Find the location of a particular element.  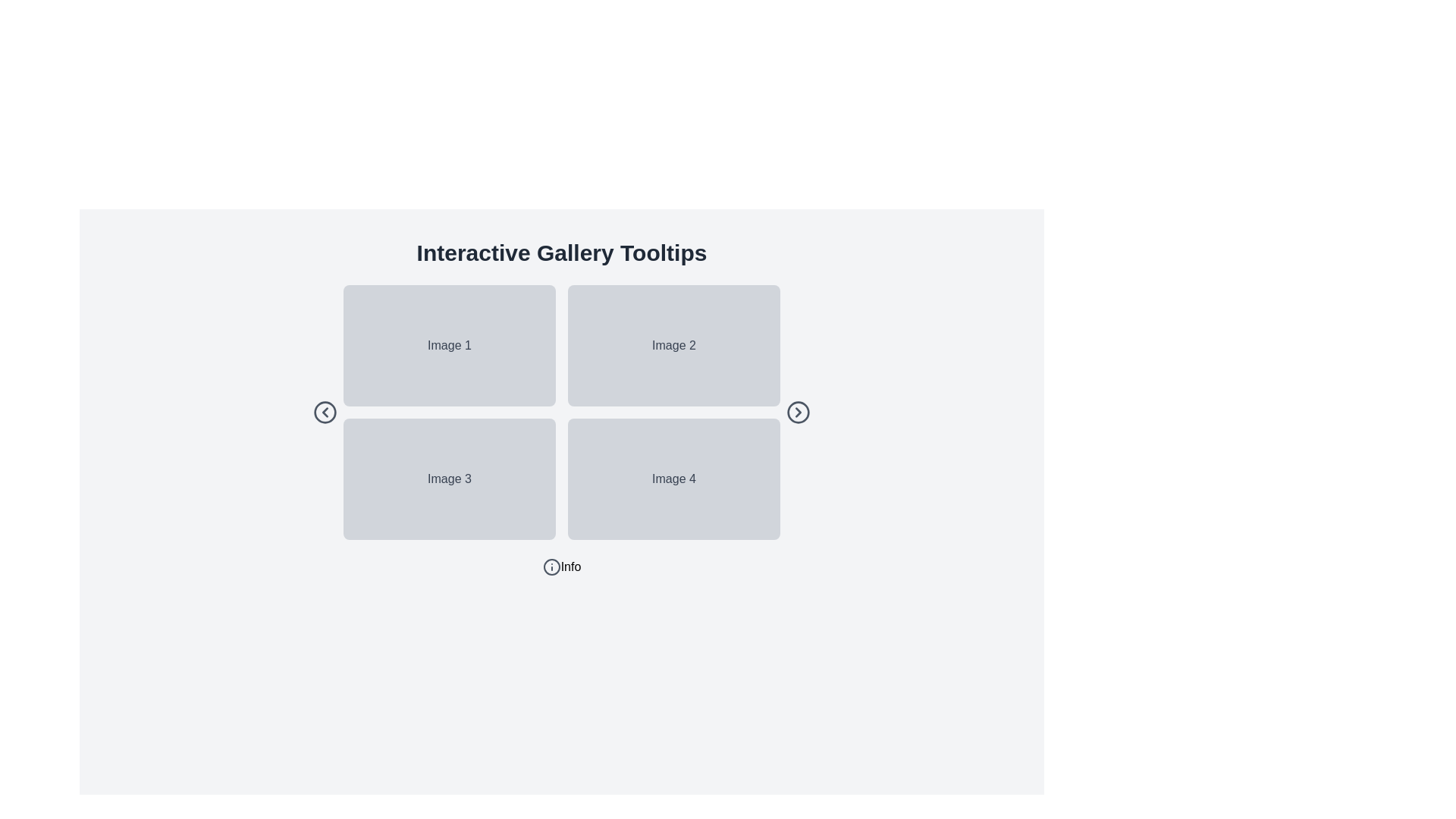

the text label that indicates the name or category of the associated image in the upper-left quadrant of the grid interface is located at coordinates (448, 345).